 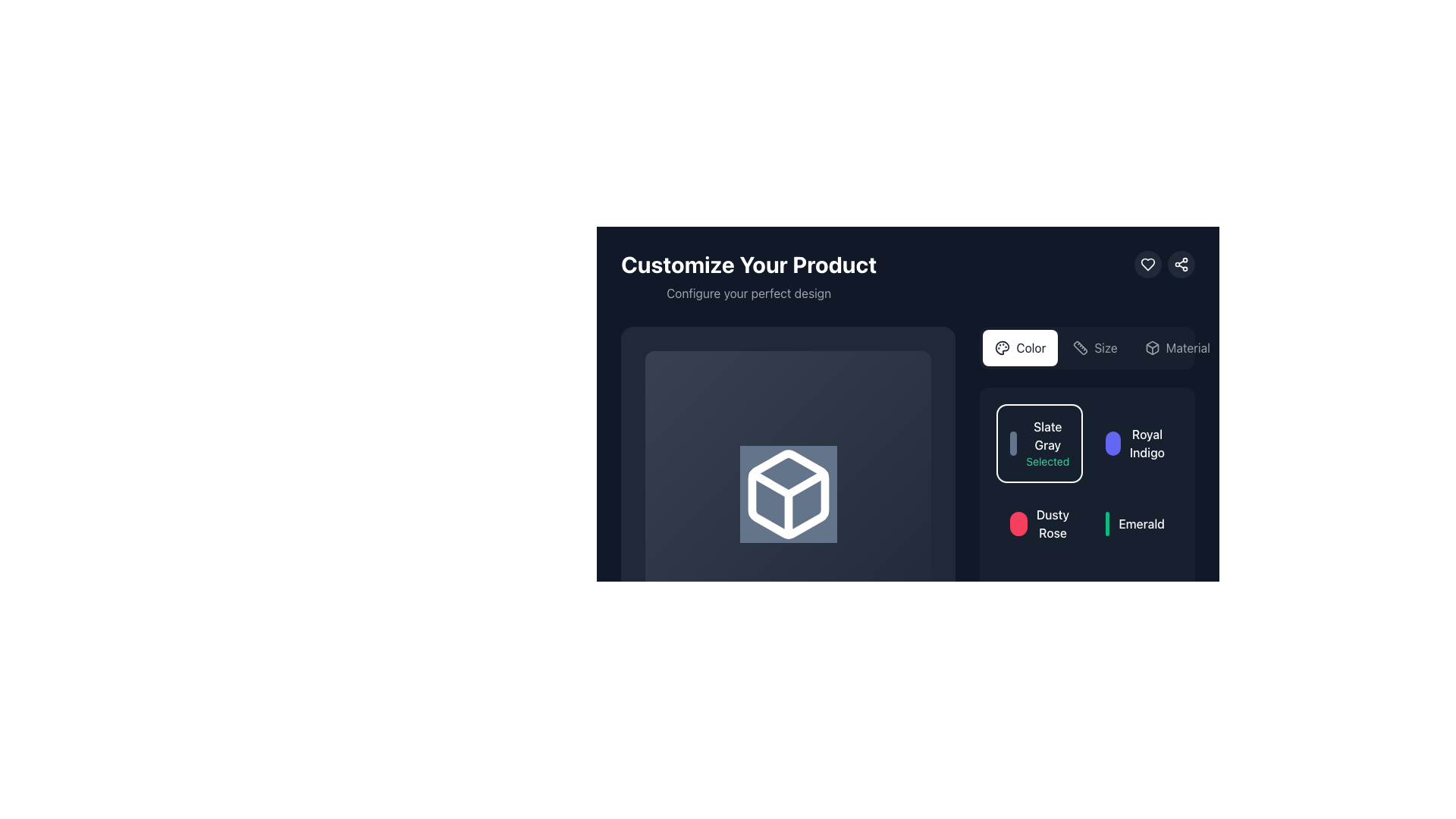 What do you see at coordinates (1135, 444) in the screenshot?
I see `the 'Royal Indigo' selectable color option in the color selector panel using keyboard navigation` at bounding box center [1135, 444].